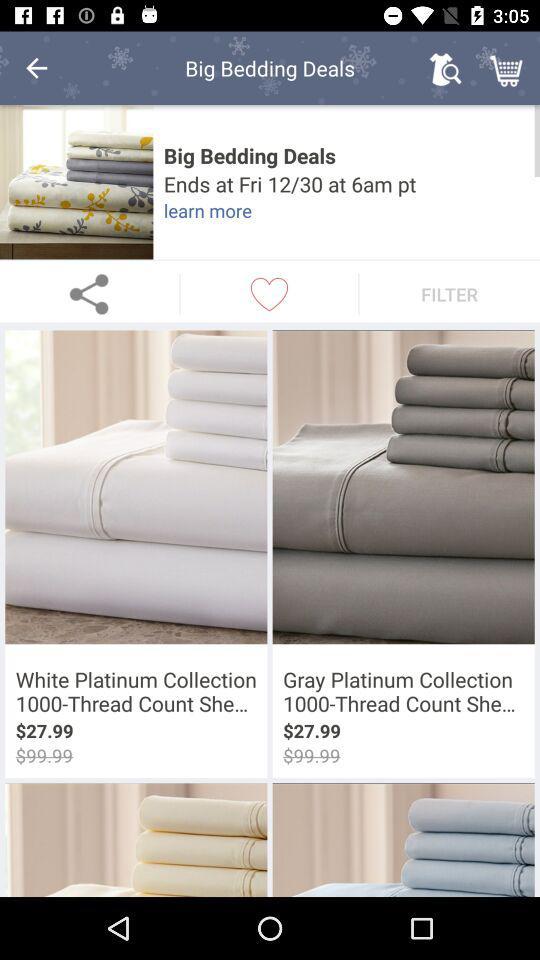 Image resolution: width=540 pixels, height=960 pixels. What do you see at coordinates (75, 182) in the screenshot?
I see `open page` at bounding box center [75, 182].